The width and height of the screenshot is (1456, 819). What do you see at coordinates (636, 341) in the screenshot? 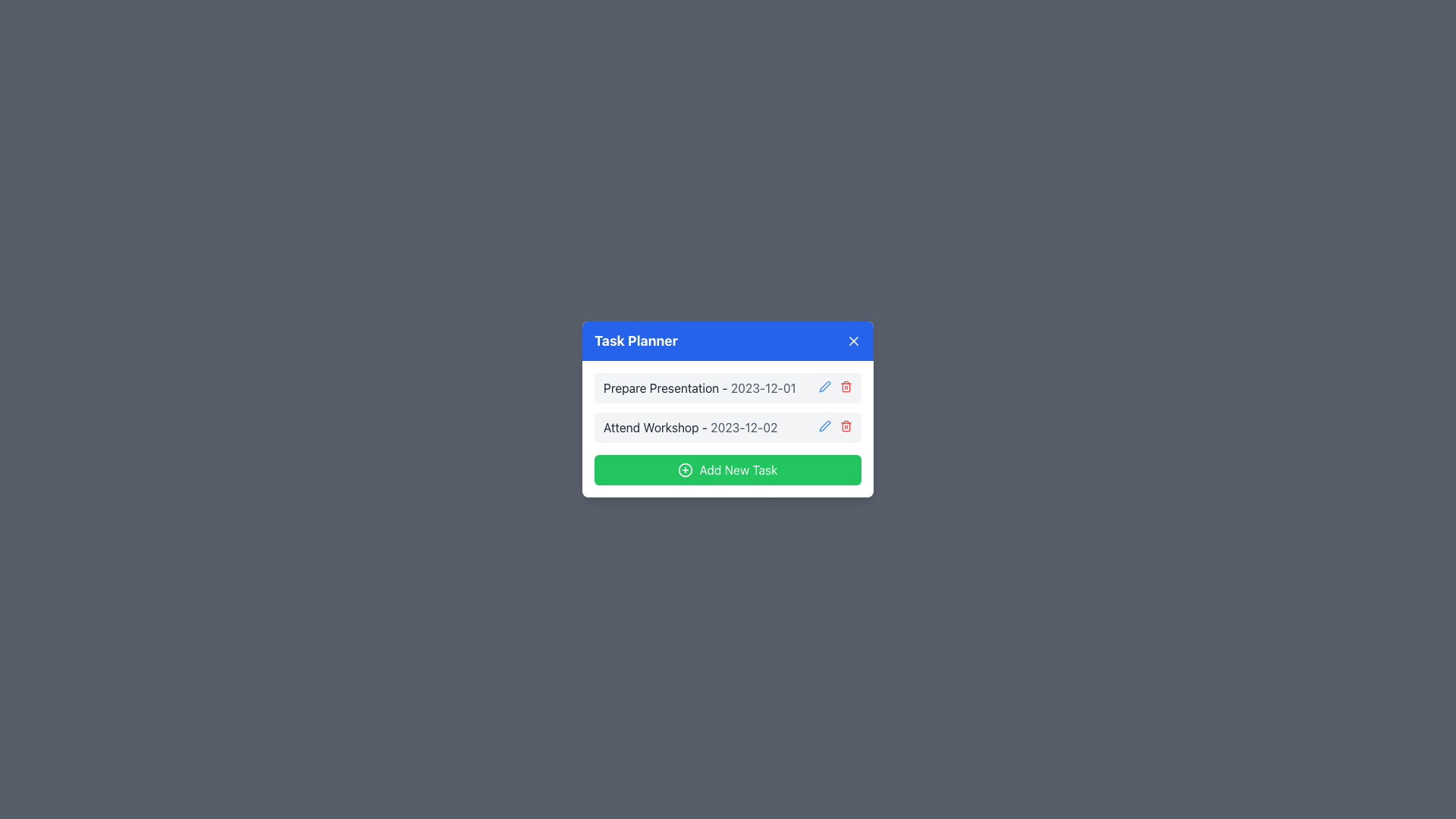
I see `the text label at the top of the popup box that indicates the purpose of the task planner interface` at bounding box center [636, 341].